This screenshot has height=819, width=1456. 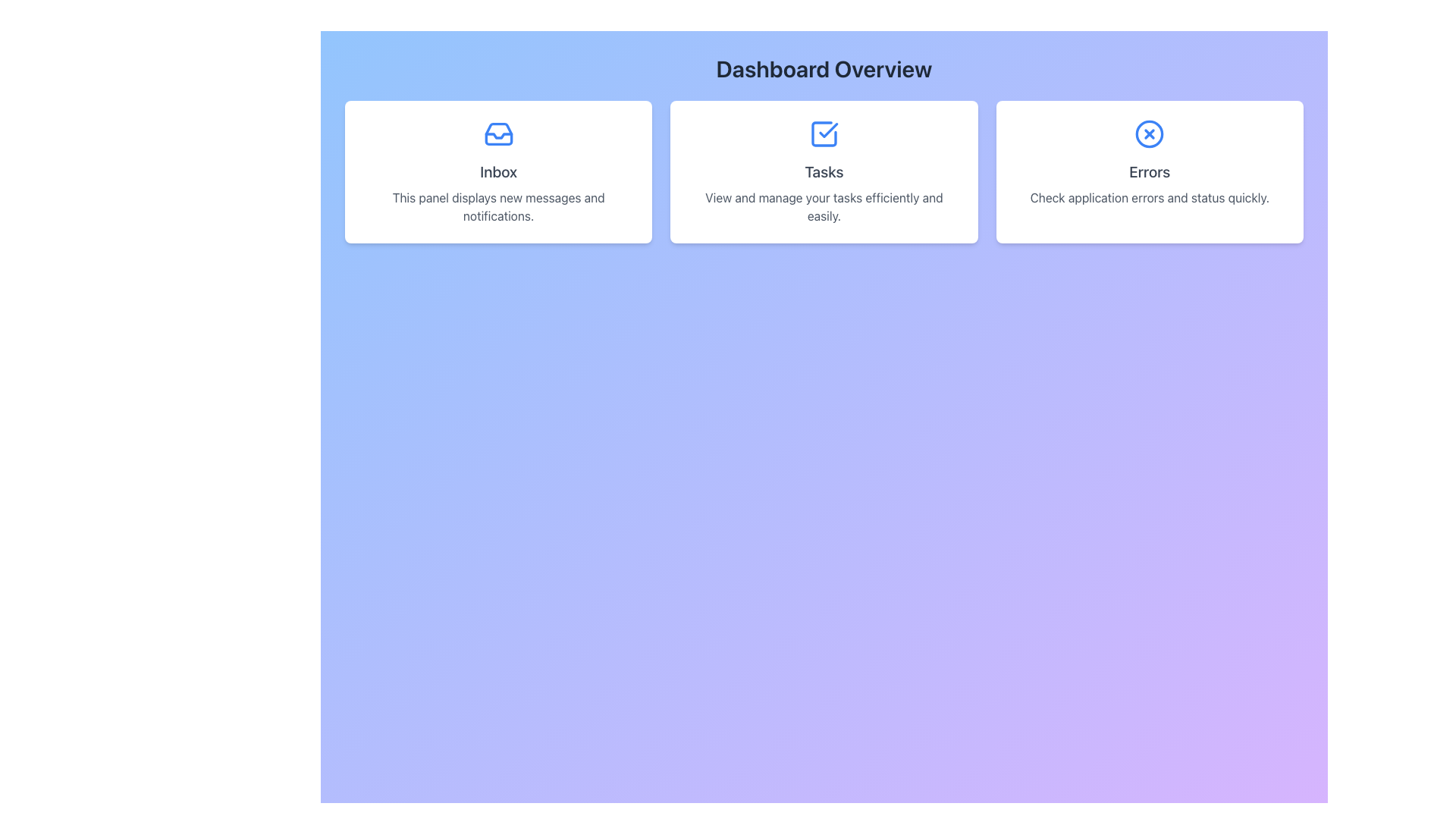 I want to click on the task completion icon located at the topmost position within the white card labeled 'Tasks', directly above the text 'Tasks', under the 'Dashboard Overview' heading, so click(x=822, y=133).